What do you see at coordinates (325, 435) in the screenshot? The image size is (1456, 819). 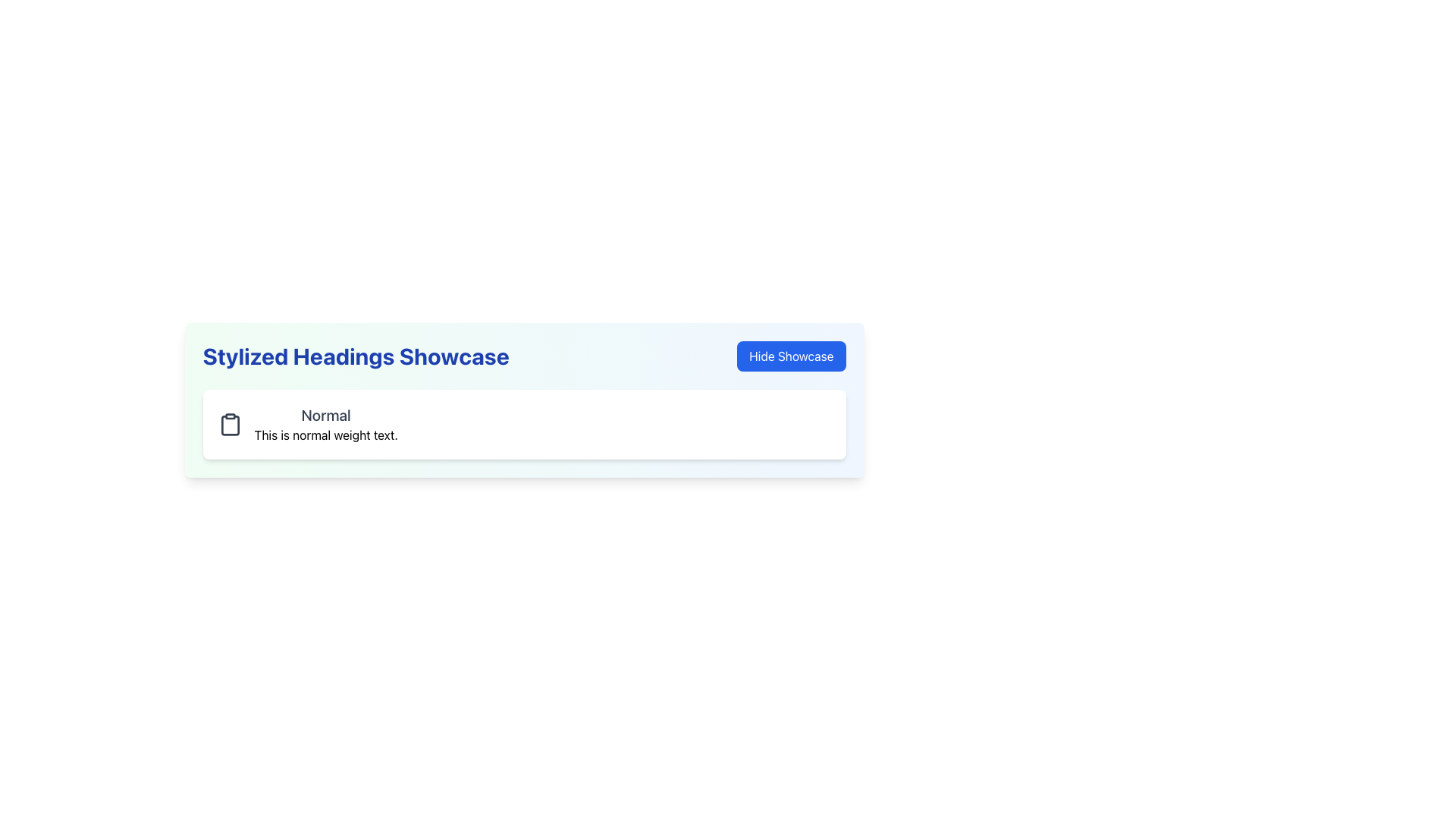 I see `text from the Text Label element displaying 'This is normal weight text.' located below the 'Normal' label` at bounding box center [325, 435].